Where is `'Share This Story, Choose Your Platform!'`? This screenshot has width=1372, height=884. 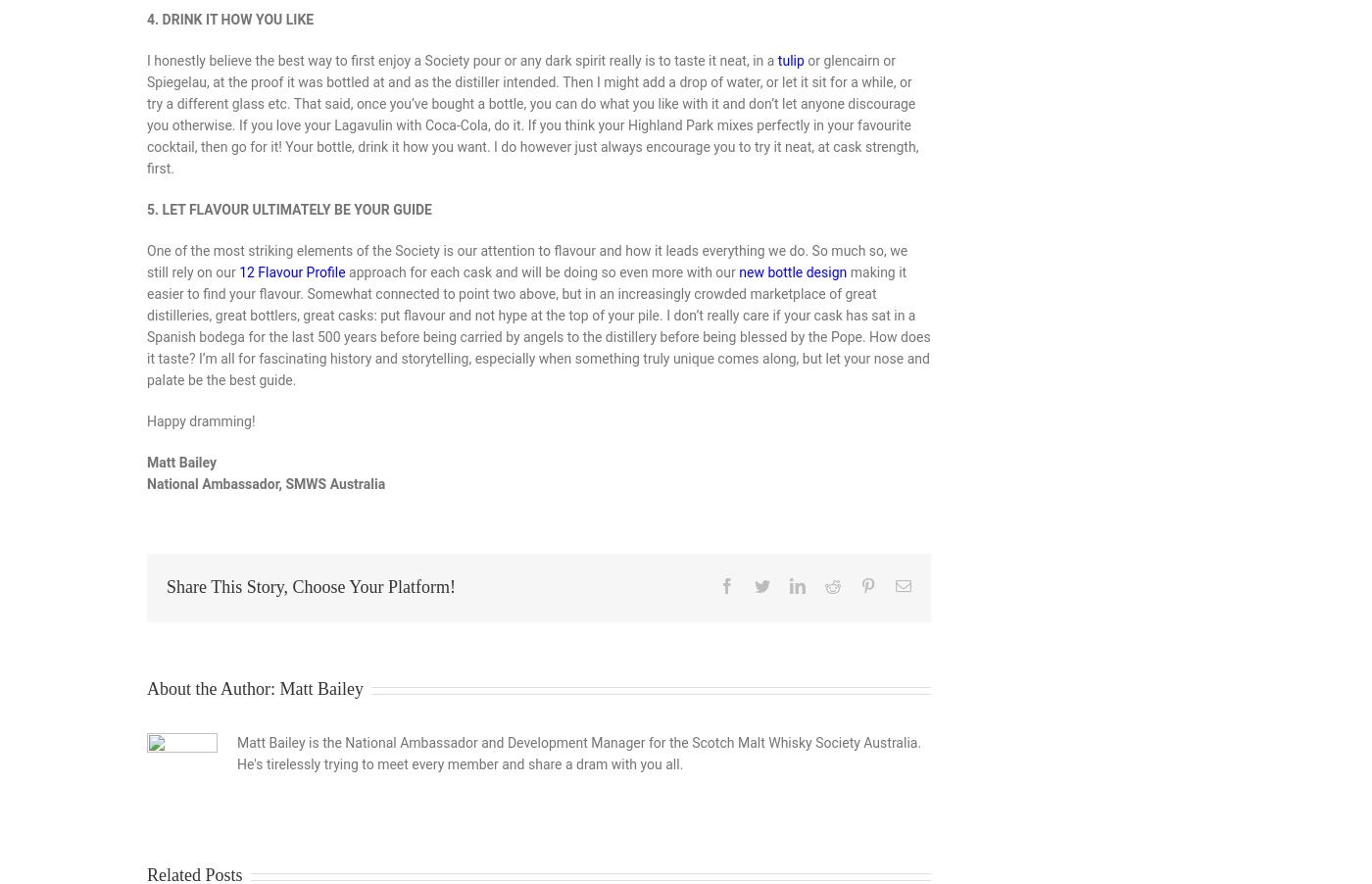
'Share This Story, Choose Your Platform!' is located at coordinates (311, 587).